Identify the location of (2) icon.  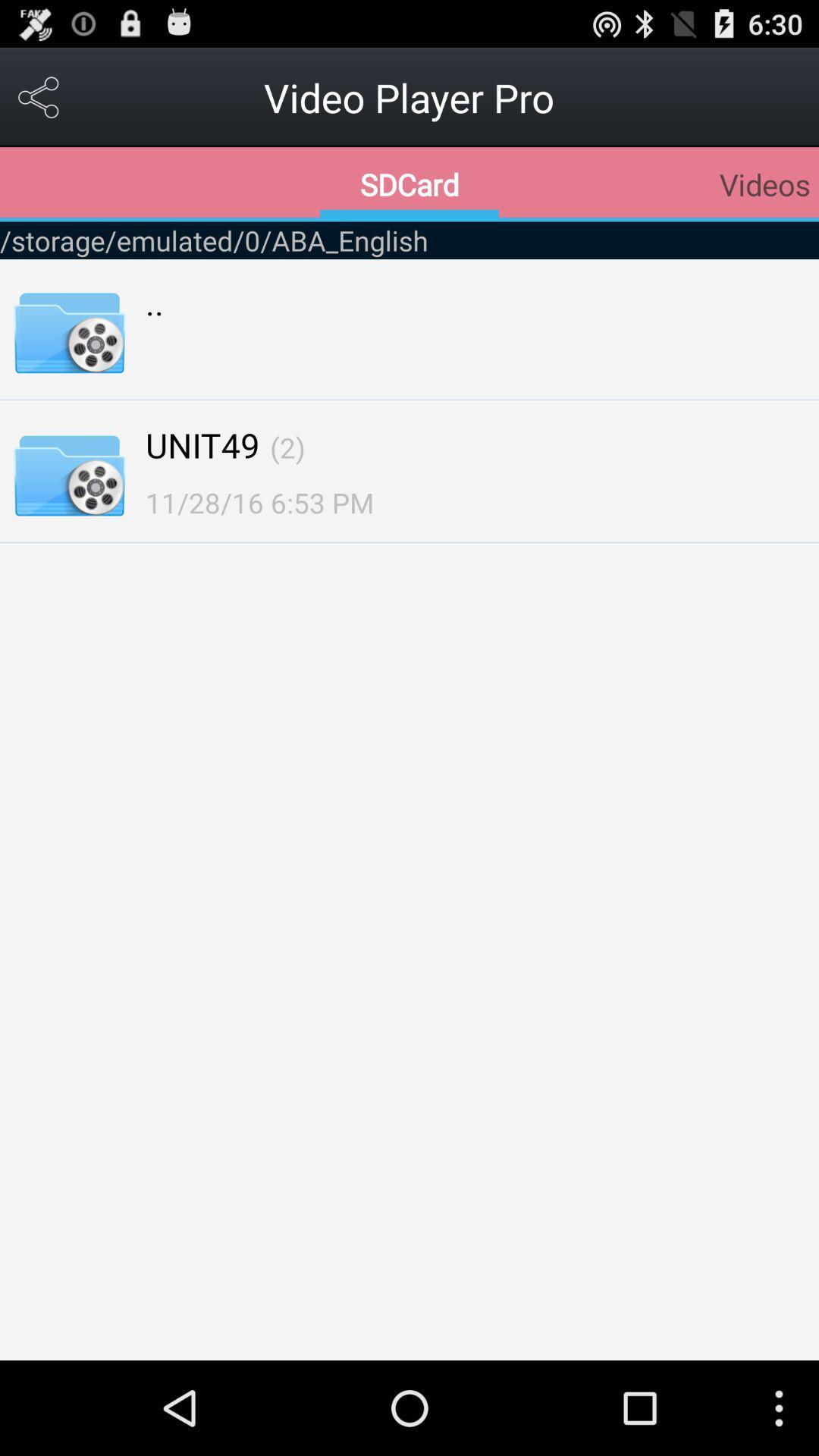
(287, 447).